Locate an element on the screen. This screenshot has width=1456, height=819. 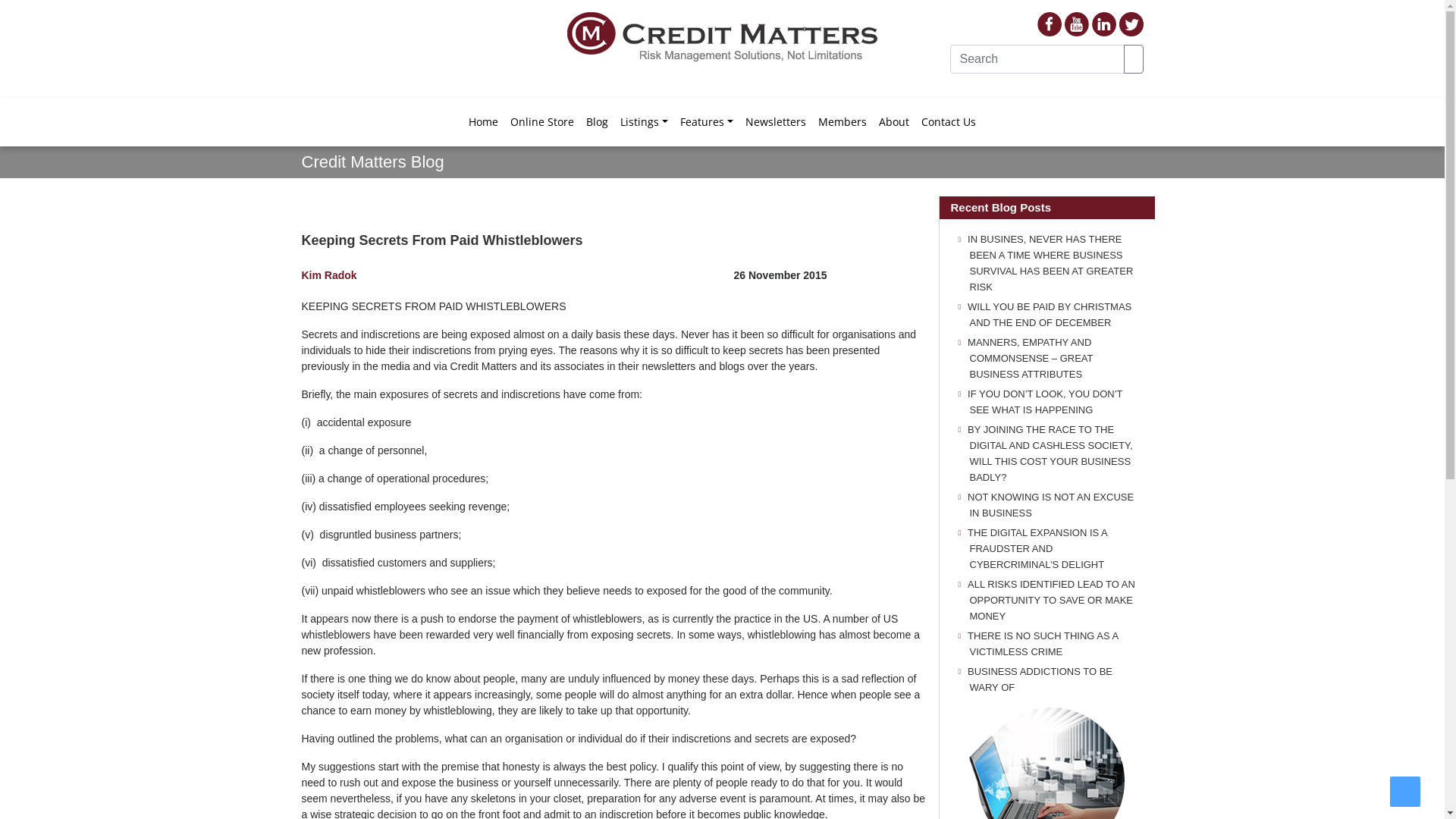
'Online Store' is located at coordinates (542, 120).